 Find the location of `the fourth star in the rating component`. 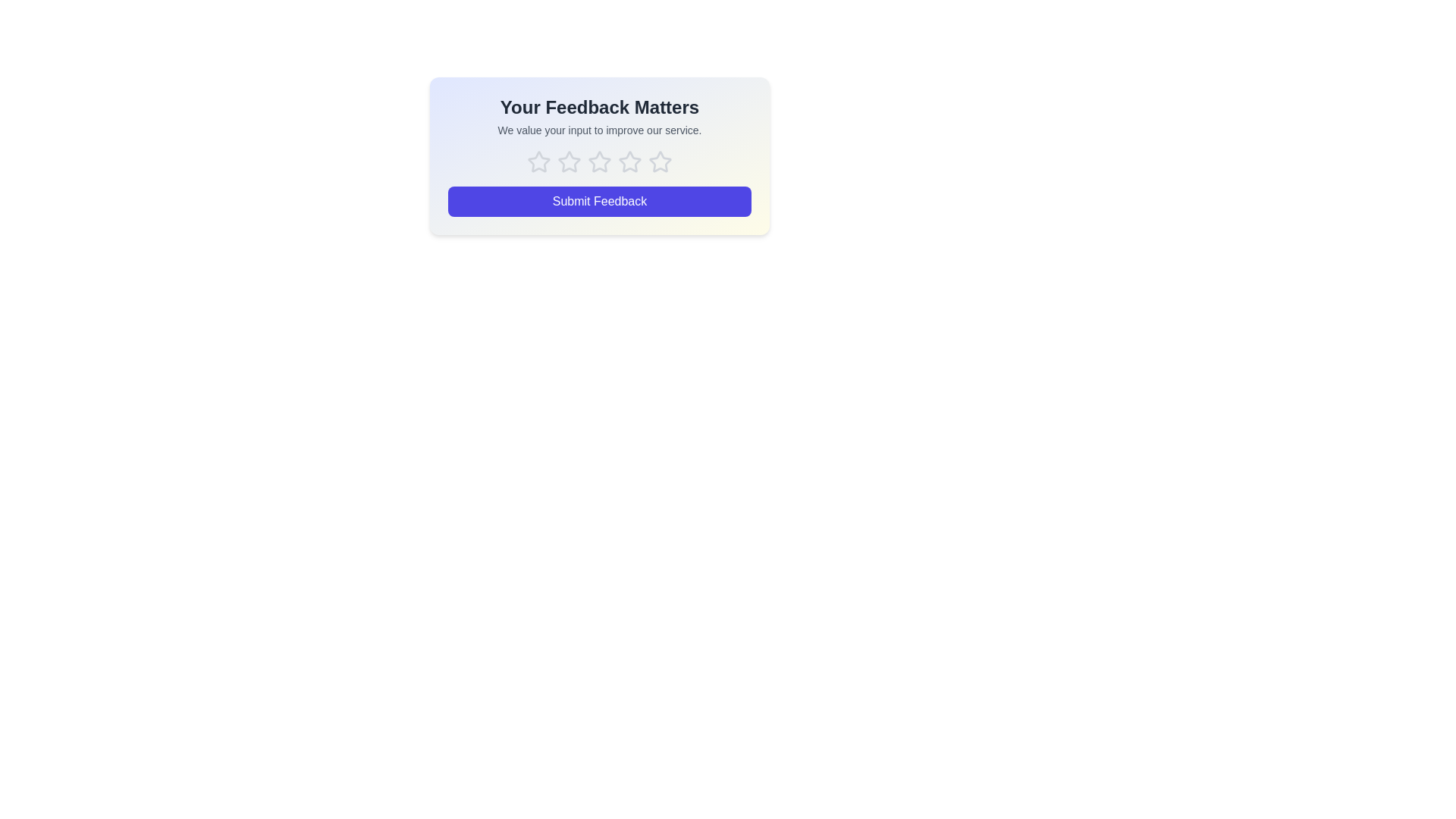

the fourth star in the rating component is located at coordinates (660, 162).